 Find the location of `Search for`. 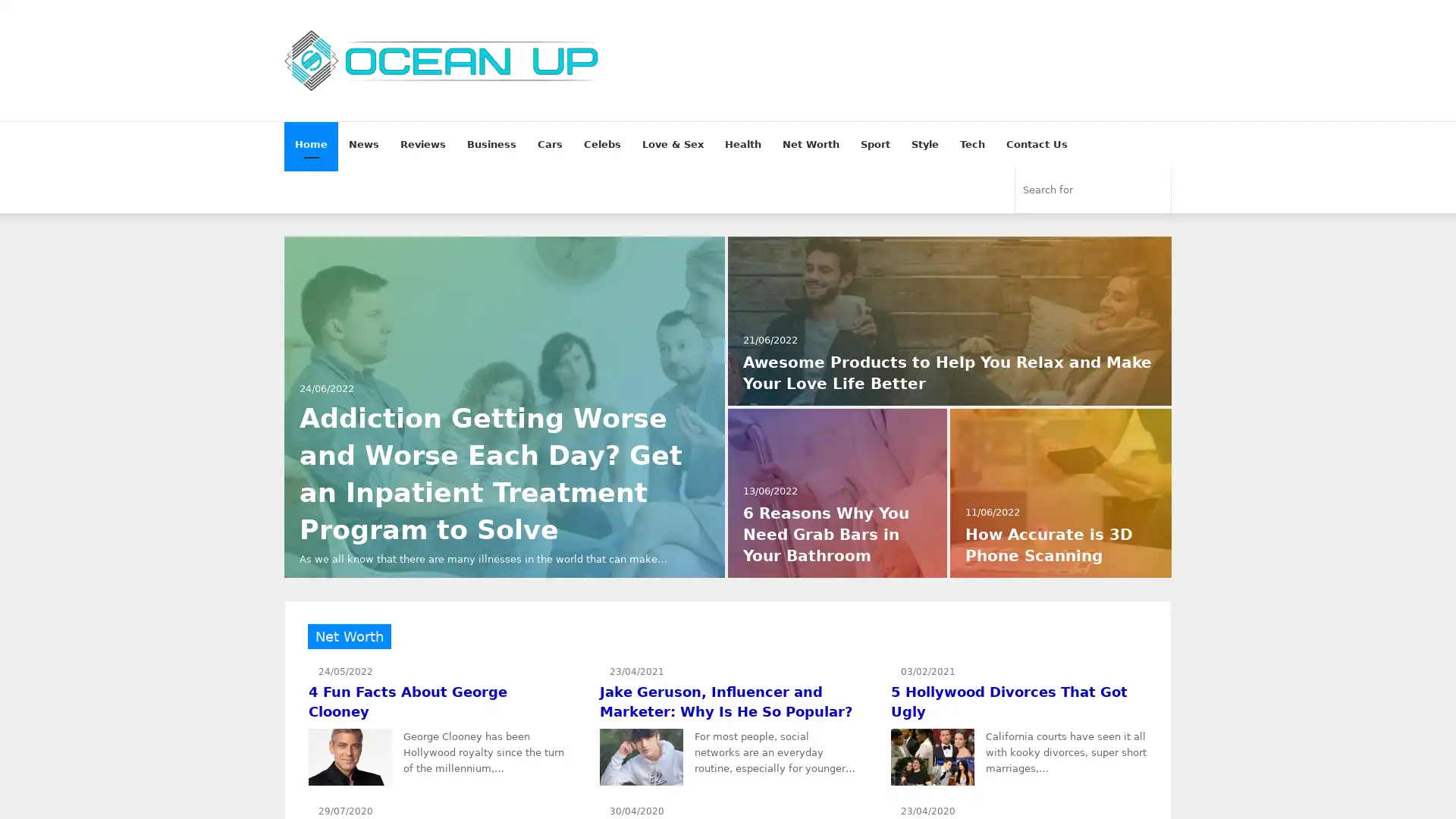

Search for is located at coordinates (1154, 189).